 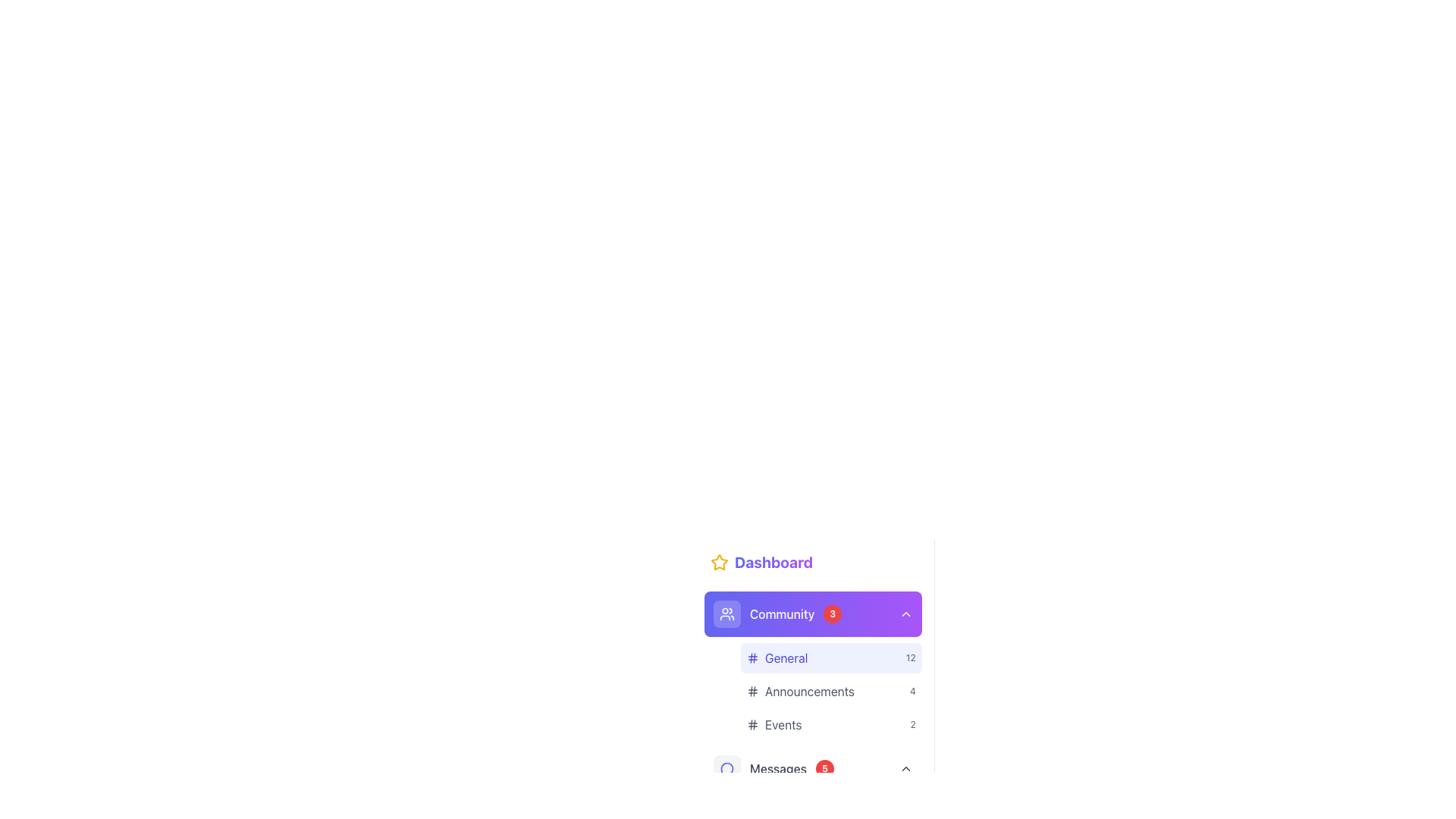 What do you see at coordinates (812, 614) in the screenshot?
I see `the 'Community' button located in the left side navigation panel, which features a gradient background, an icon on the left, the text 'Community', a red badge with the number '3', and a downward triangle icon on the right` at bounding box center [812, 614].